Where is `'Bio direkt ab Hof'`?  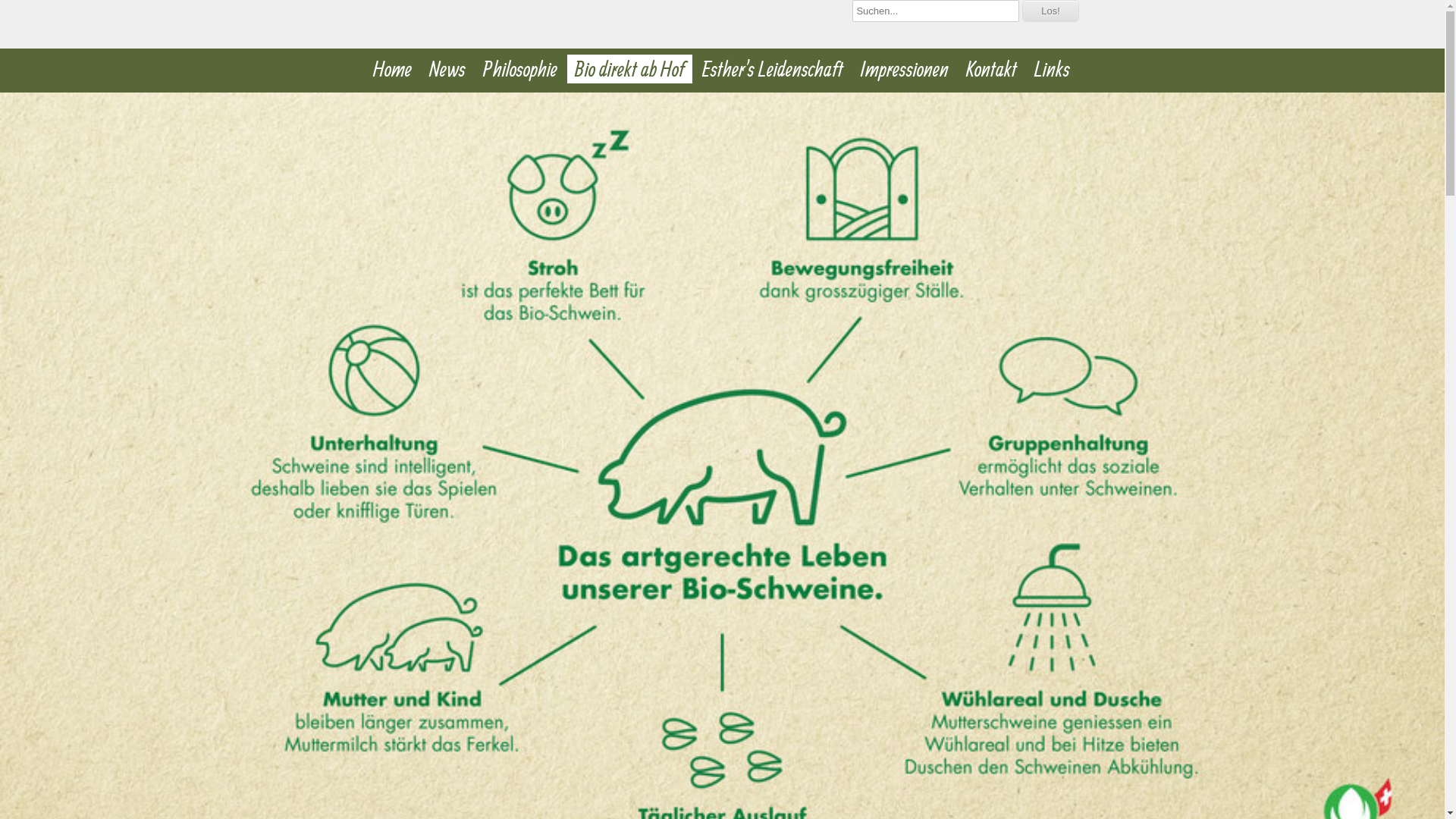 'Bio direkt ab Hof' is located at coordinates (566, 69).